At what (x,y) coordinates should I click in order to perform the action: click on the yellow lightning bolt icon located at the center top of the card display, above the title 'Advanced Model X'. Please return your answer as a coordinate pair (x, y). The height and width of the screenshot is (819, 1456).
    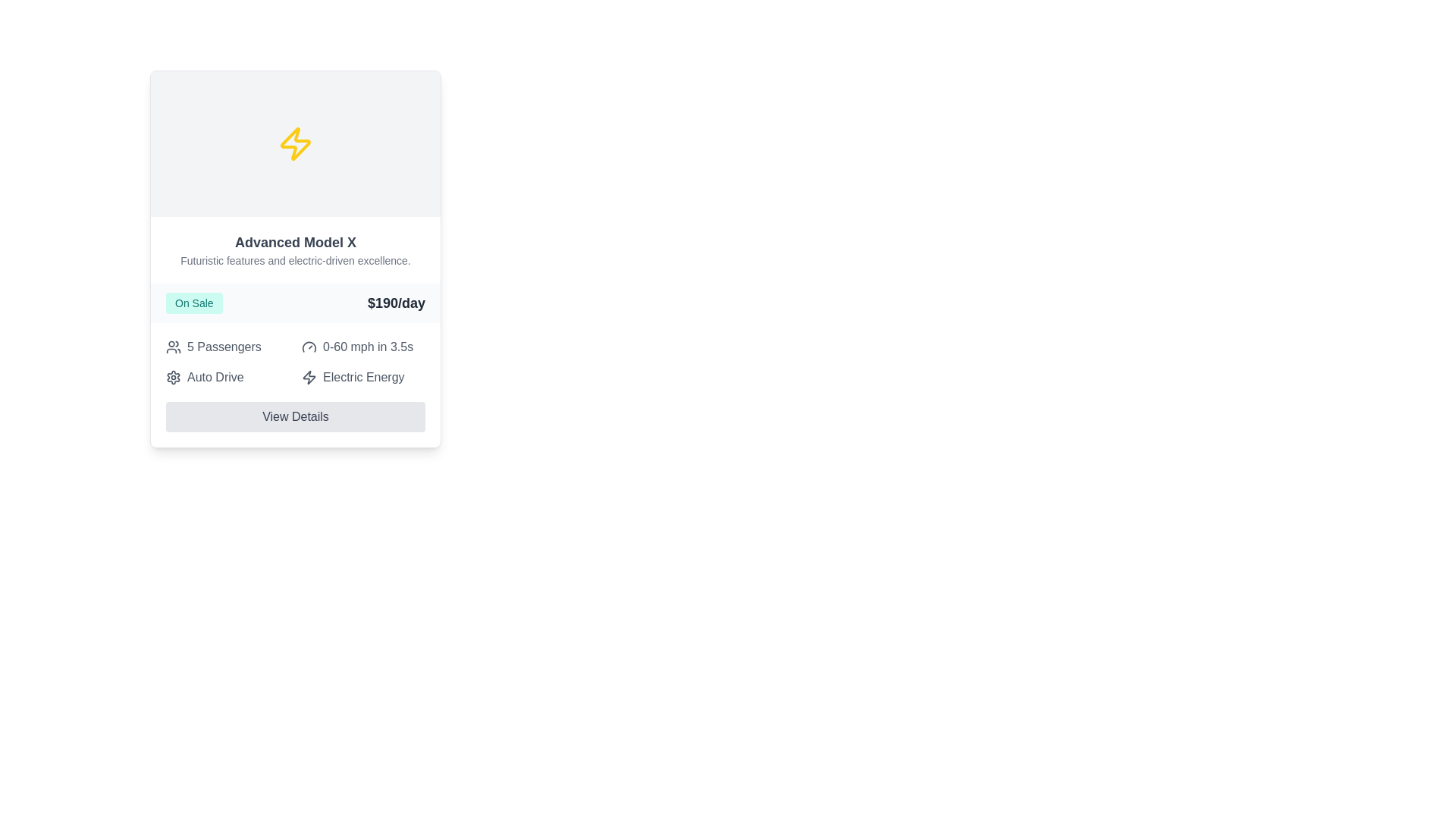
    Looking at the image, I should click on (295, 143).